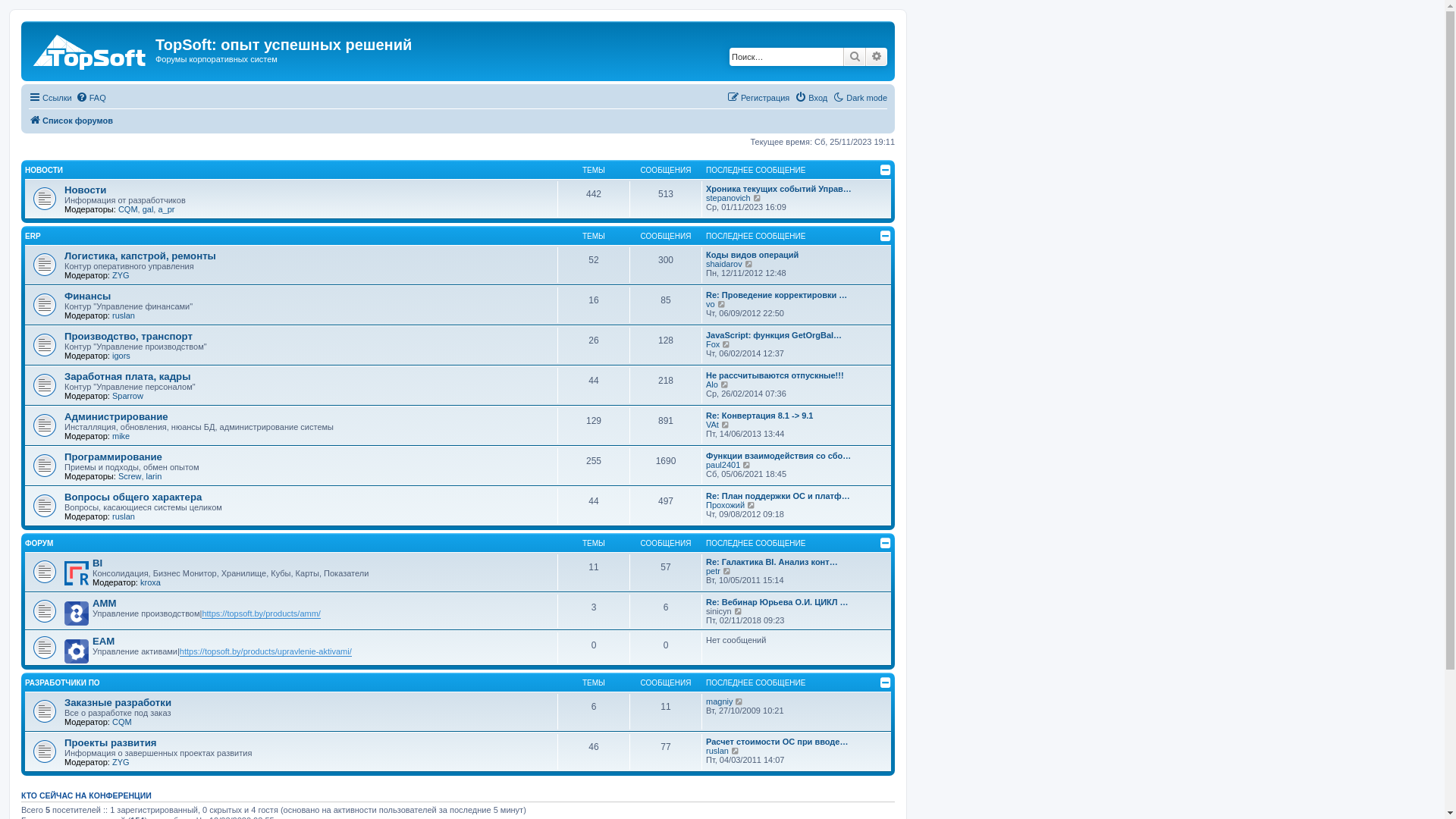 This screenshot has height=819, width=1456. Describe the element at coordinates (712, 344) in the screenshot. I see `'Fox'` at that location.